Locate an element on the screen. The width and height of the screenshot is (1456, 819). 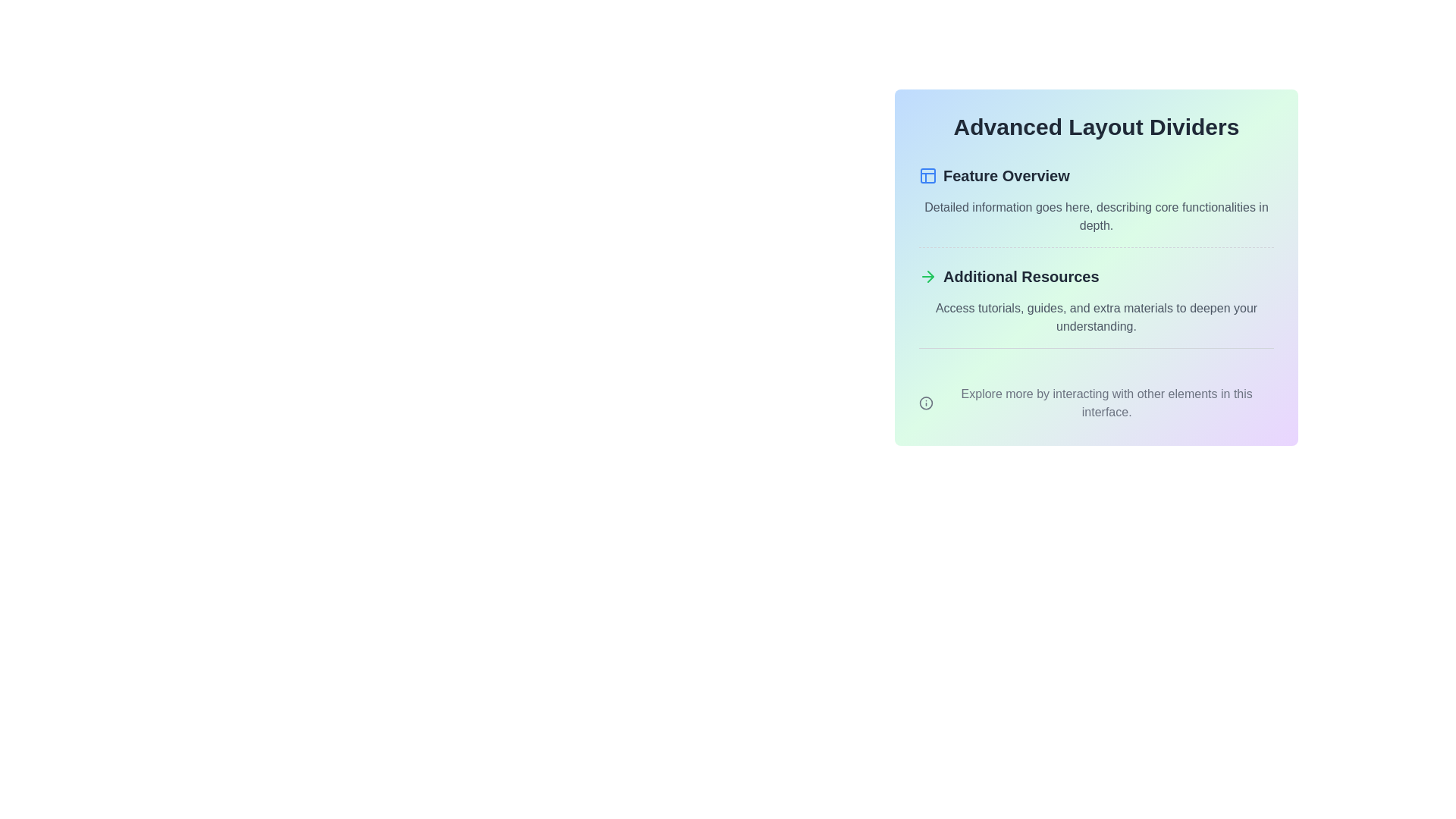
the centrally positioned circle element within the SVG icon that contributes to its informational or decorative aspect is located at coordinates (925, 403).